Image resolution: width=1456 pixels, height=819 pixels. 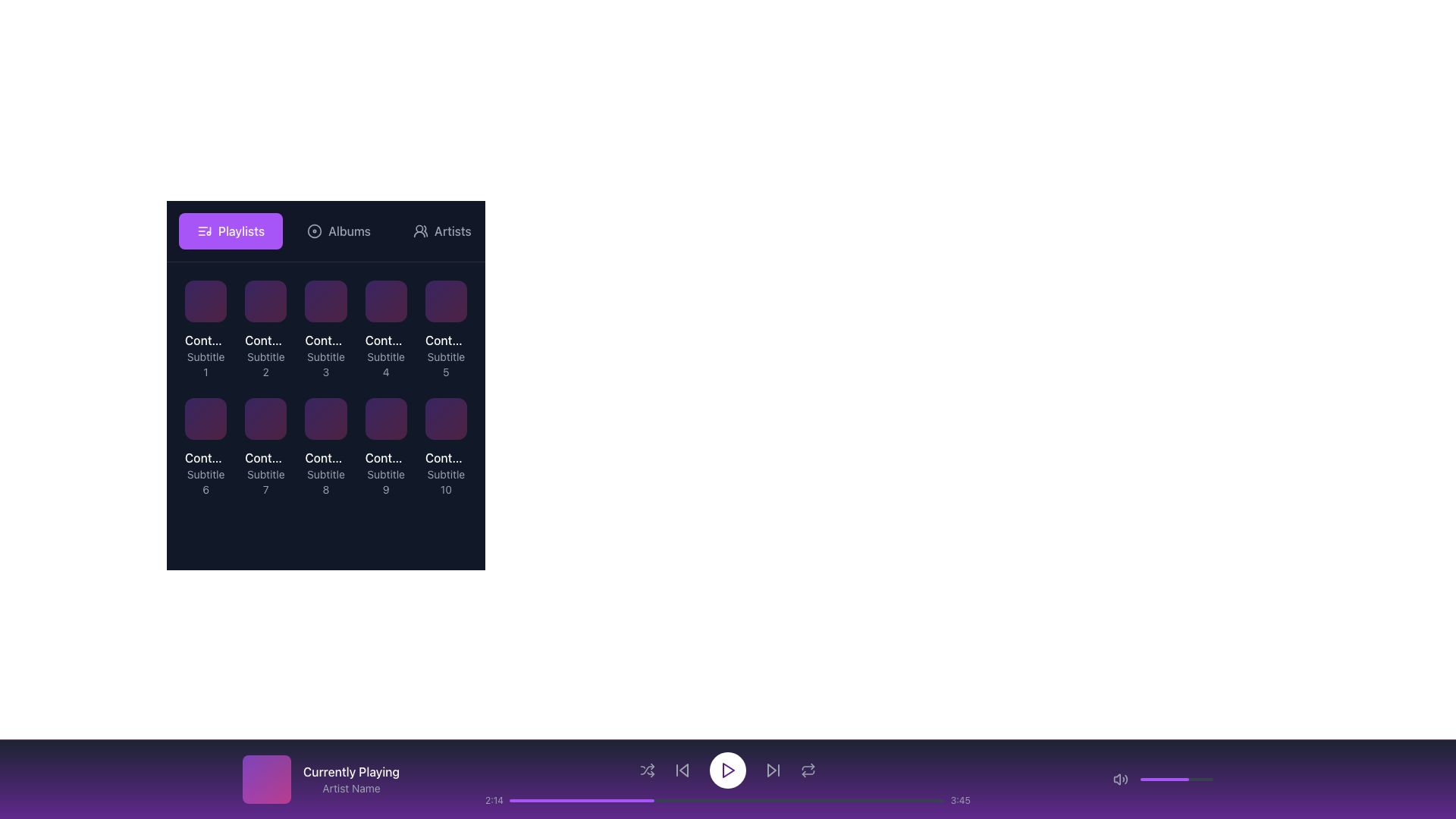 What do you see at coordinates (265, 419) in the screenshot?
I see `the seventh tile in the playlist grid located in the second row and third column` at bounding box center [265, 419].